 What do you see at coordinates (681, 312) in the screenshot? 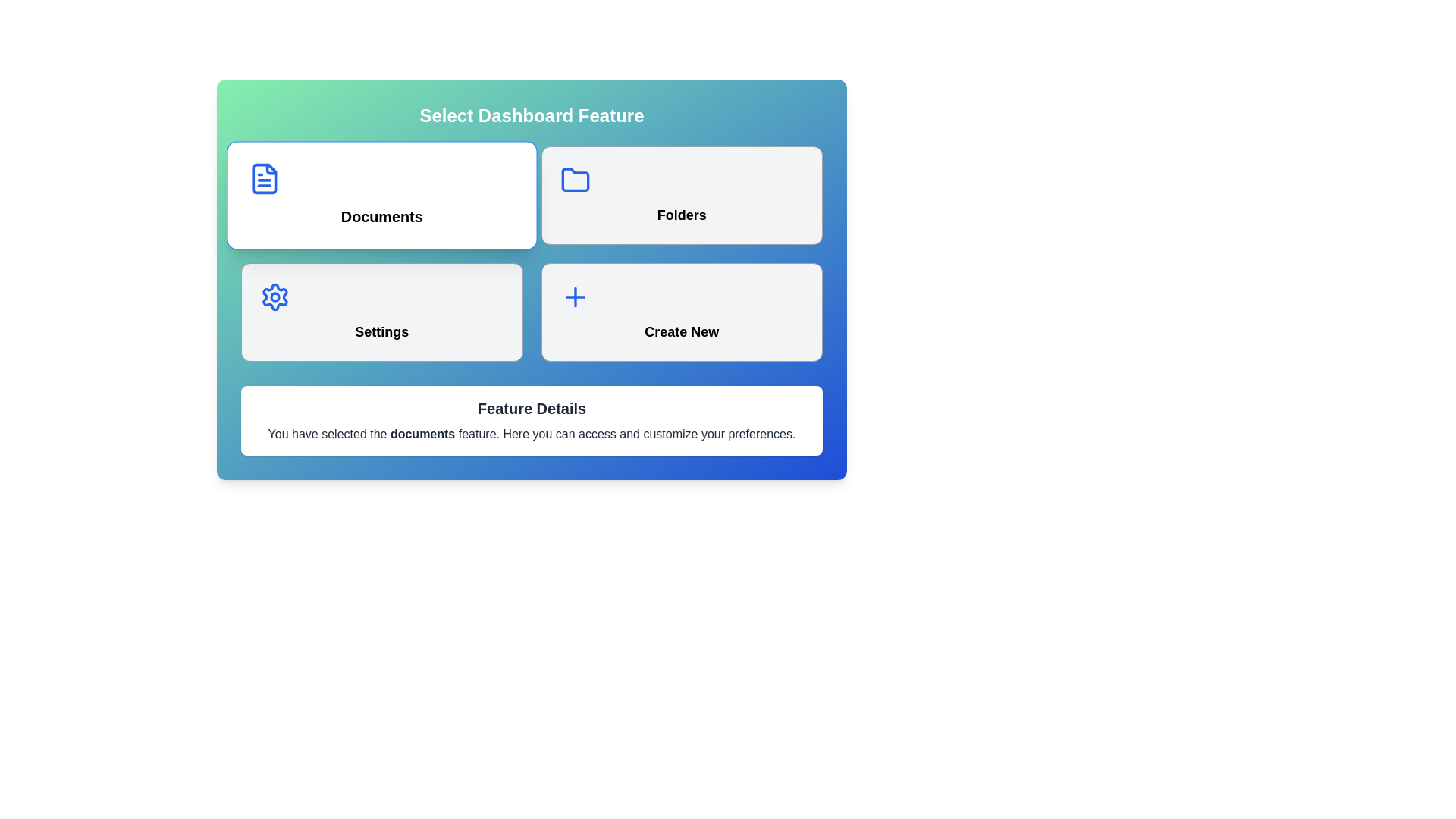
I see `the button in the bottom-right corner of the grid that allows users to create a new item or entity` at bounding box center [681, 312].